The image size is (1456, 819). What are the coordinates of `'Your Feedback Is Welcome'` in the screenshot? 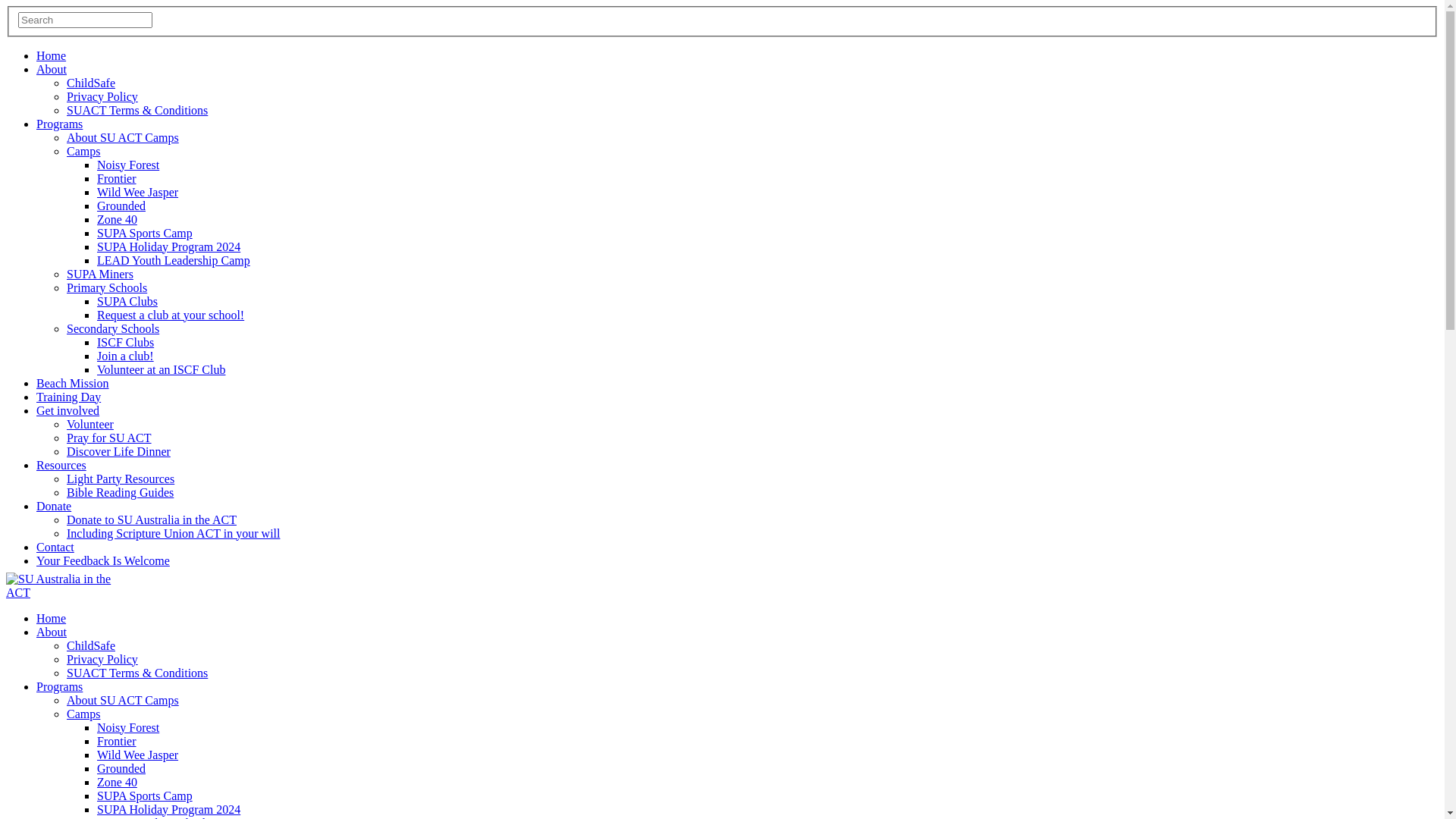 It's located at (102, 560).